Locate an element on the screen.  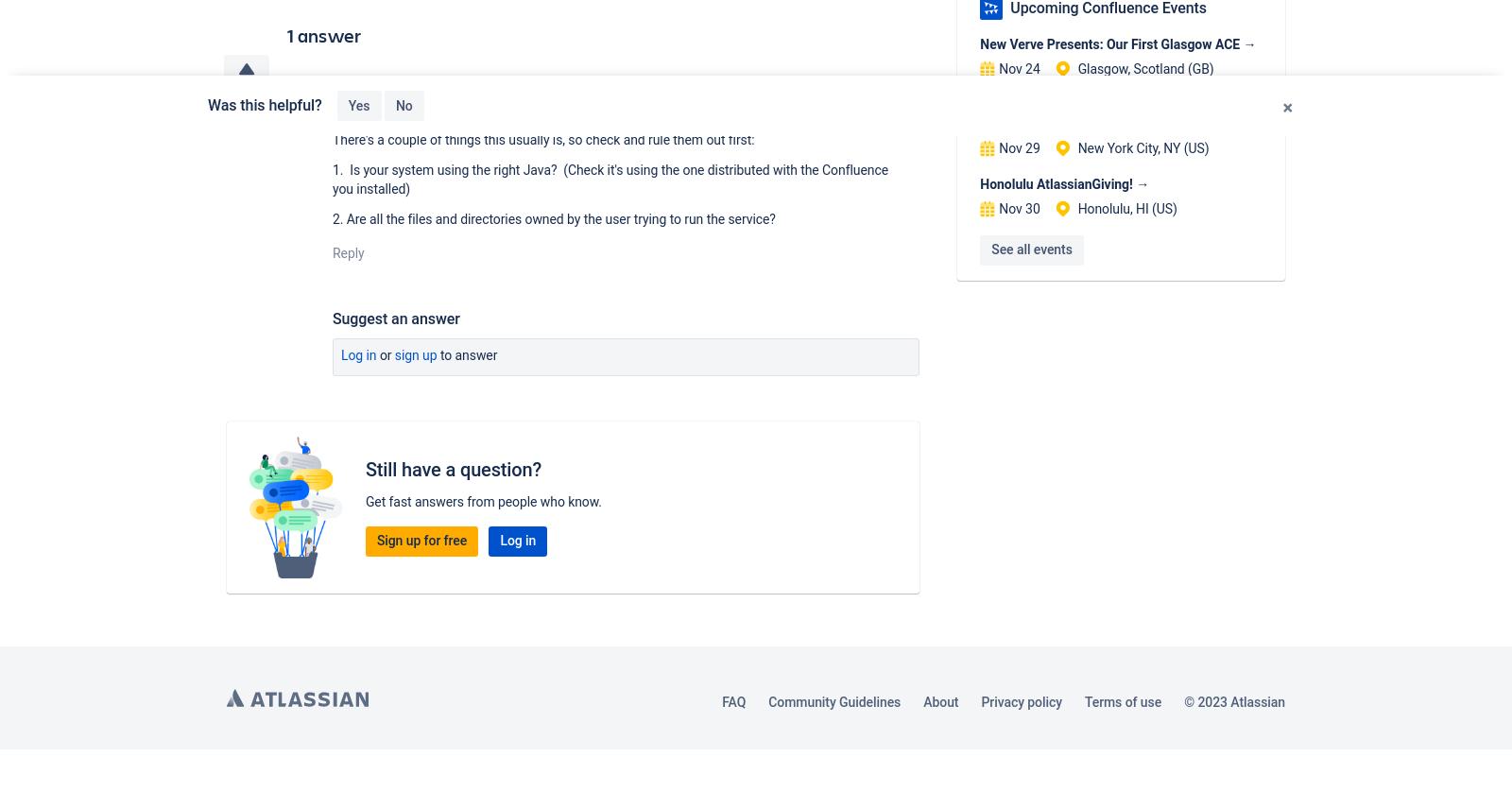
'1.  Is your system using the right Java?  (Check it's using the one distributed with the Confluence you installed)' is located at coordinates (333, 179).